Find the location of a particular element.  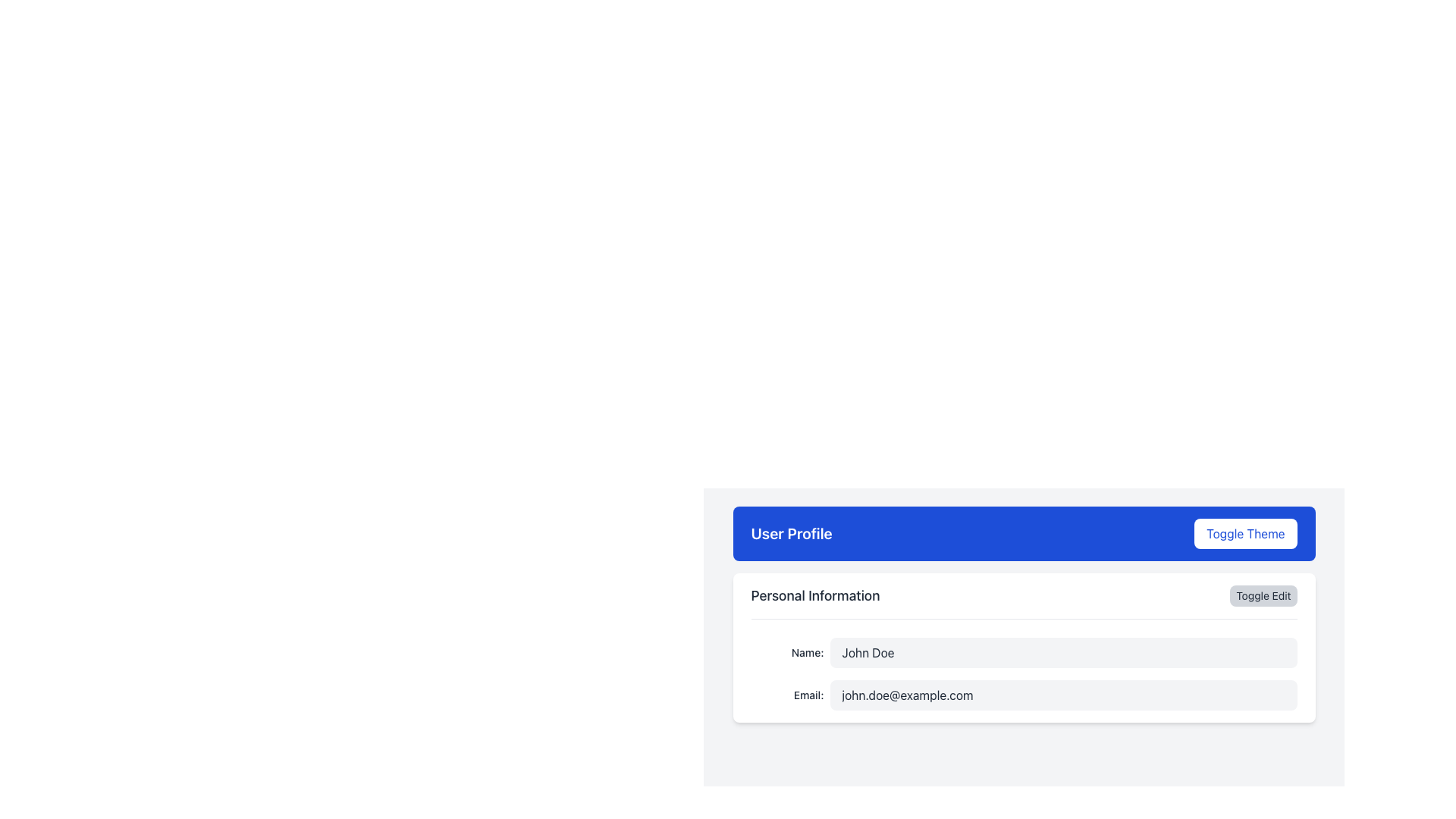

the Text Label that indicates the email input field in the 'Personal Information' card, positioned below the 'Name' field is located at coordinates (787, 695).